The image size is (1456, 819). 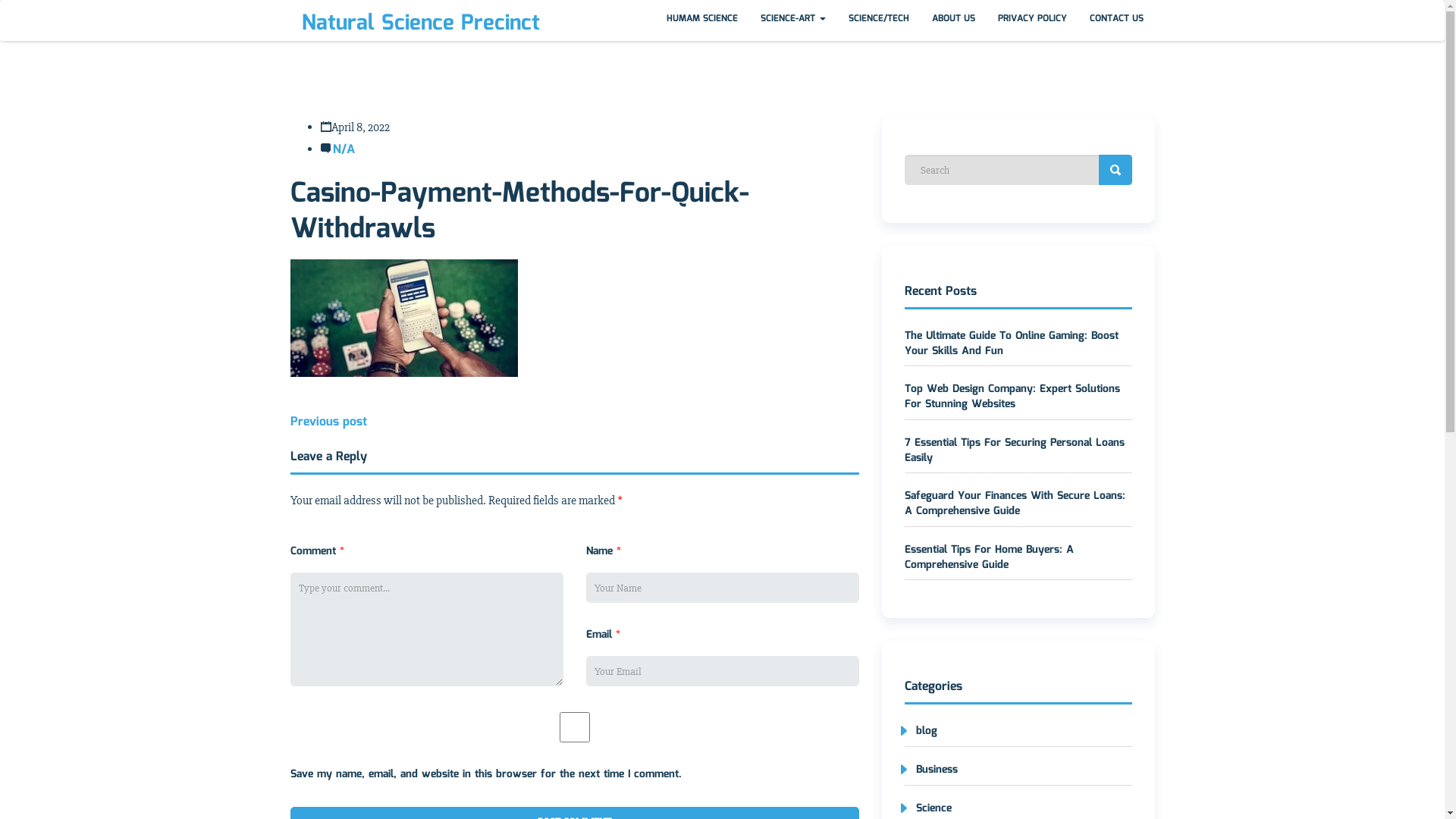 I want to click on '7 Essential Tips For Securing Personal Loans Easily', so click(x=1014, y=450).